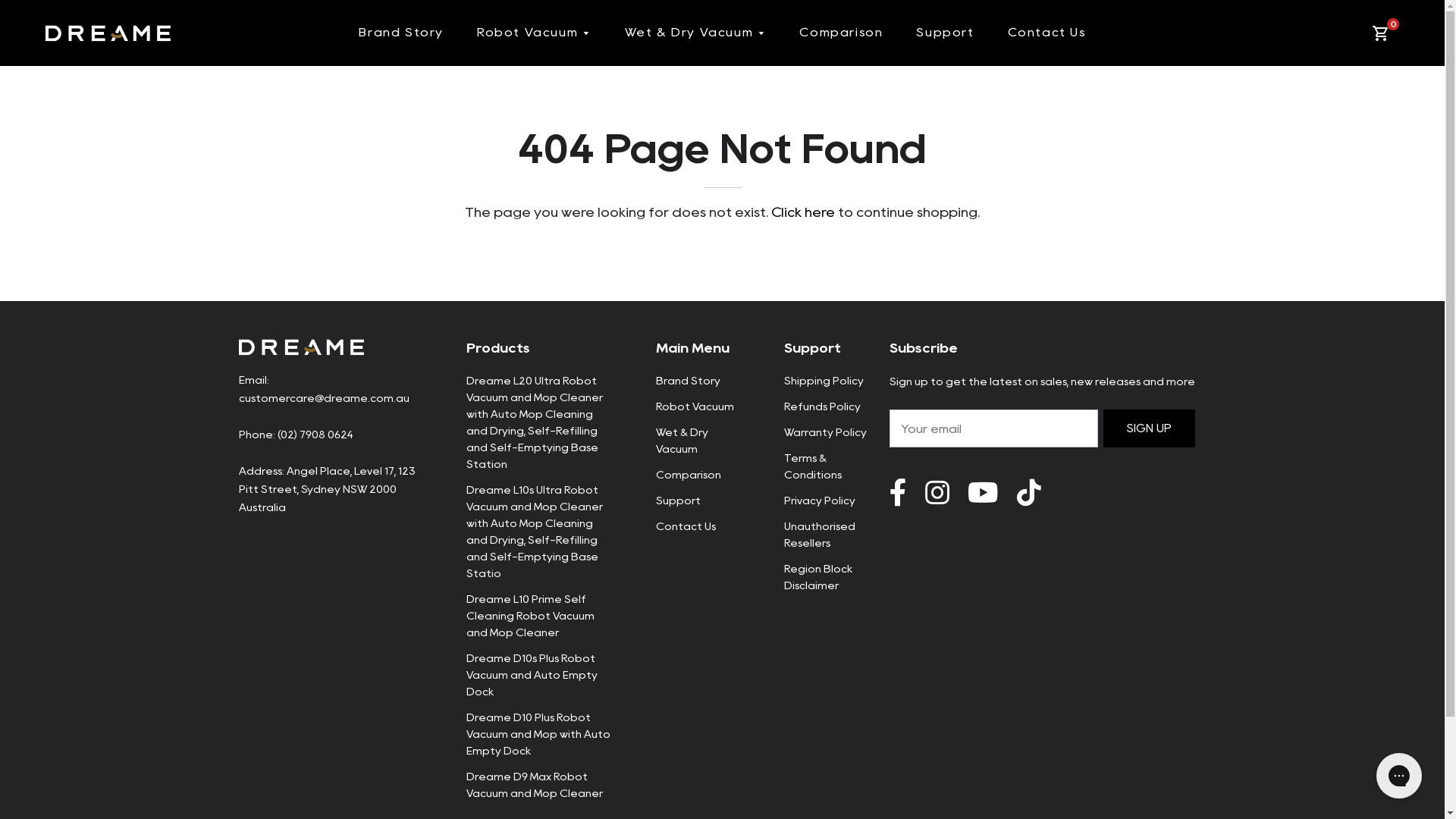 The image size is (1456, 819). Describe the element at coordinates (802, 212) in the screenshot. I see `'Click here'` at that location.